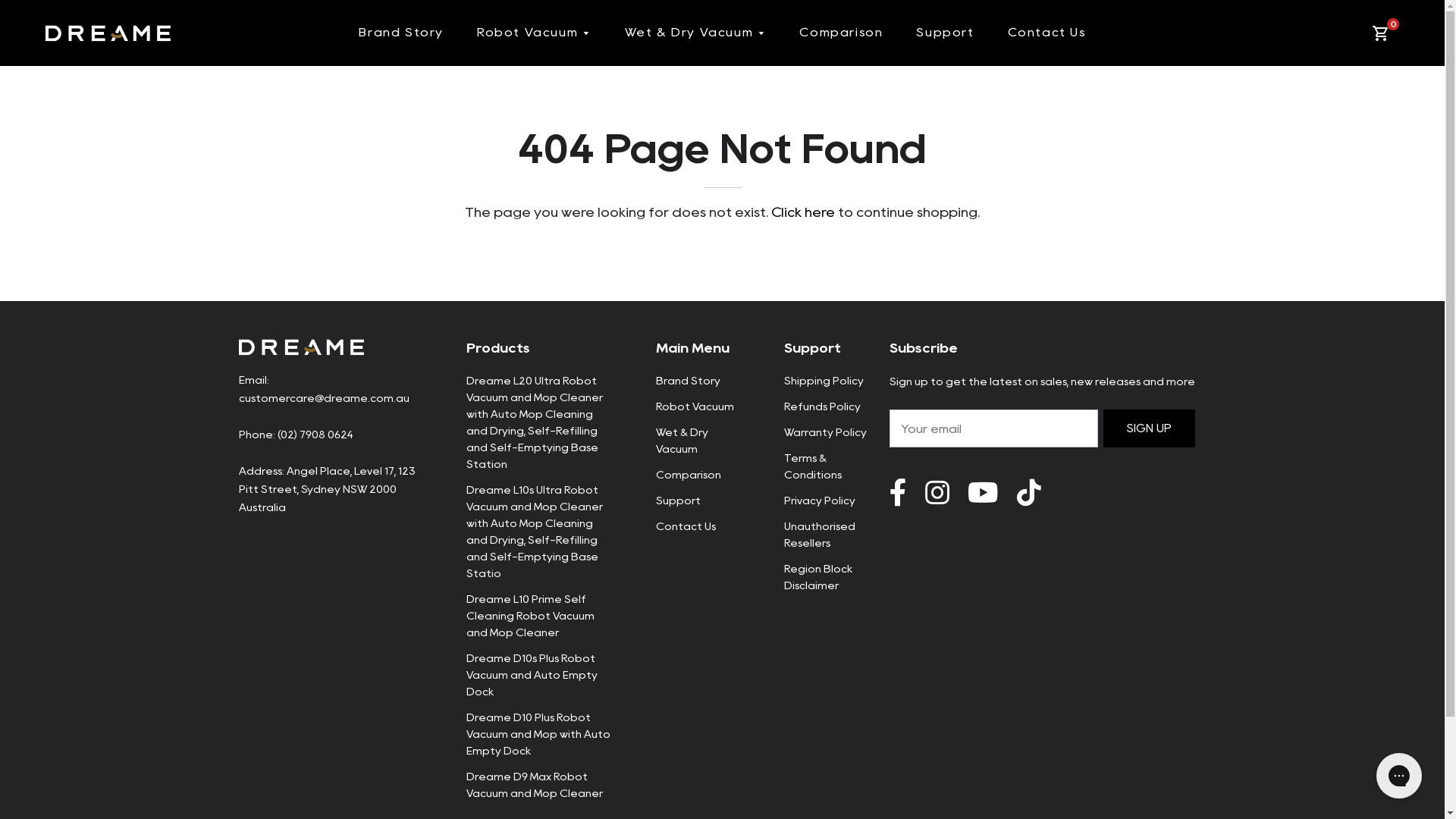 The image size is (1456, 819). Describe the element at coordinates (802, 212) in the screenshot. I see `'Click here'` at that location.